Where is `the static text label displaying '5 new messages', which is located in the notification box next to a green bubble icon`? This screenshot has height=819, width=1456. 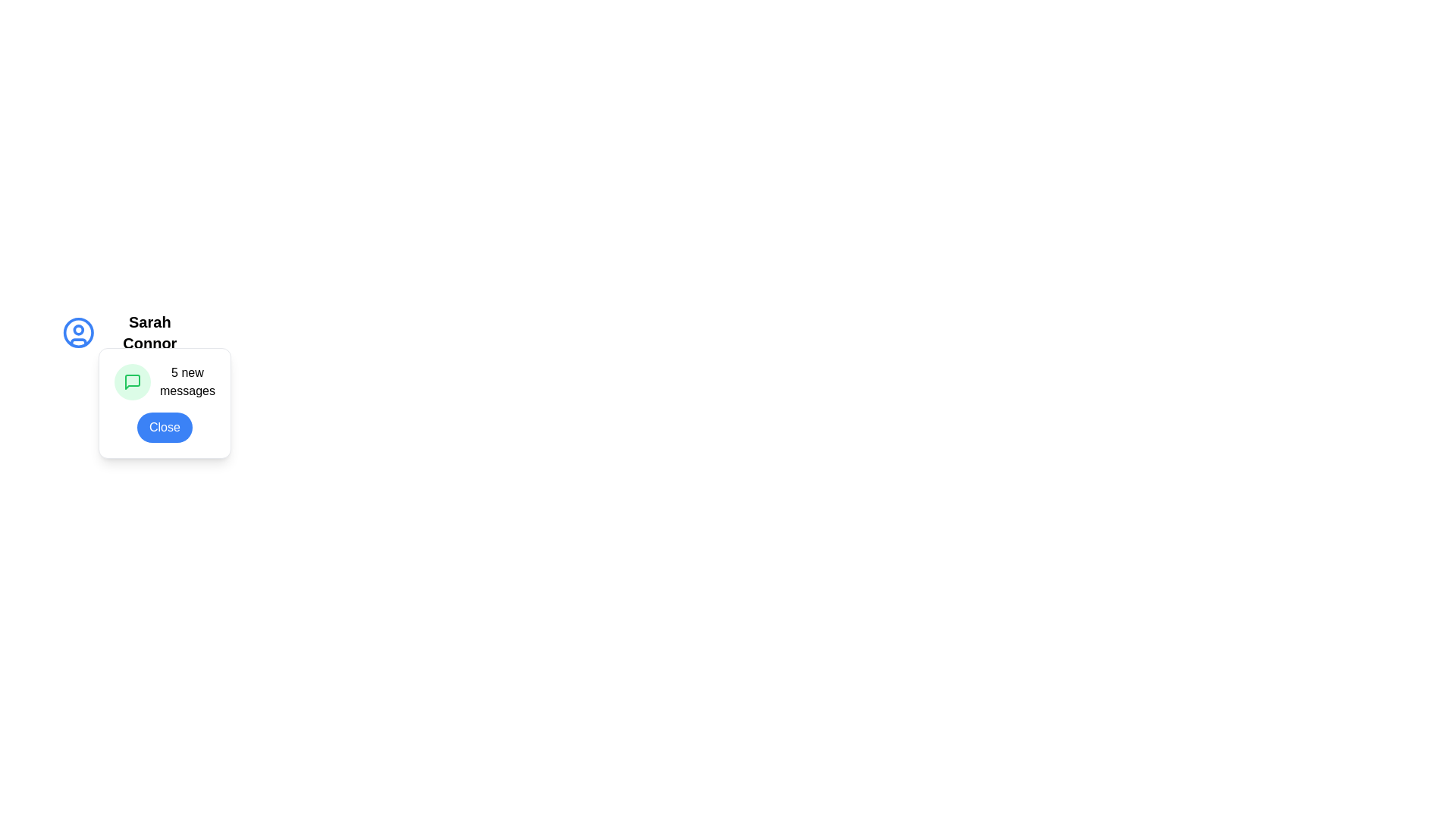 the static text label displaying '5 new messages', which is located in the notification box next to a green bubble icon is located at coordinates (187, 381).